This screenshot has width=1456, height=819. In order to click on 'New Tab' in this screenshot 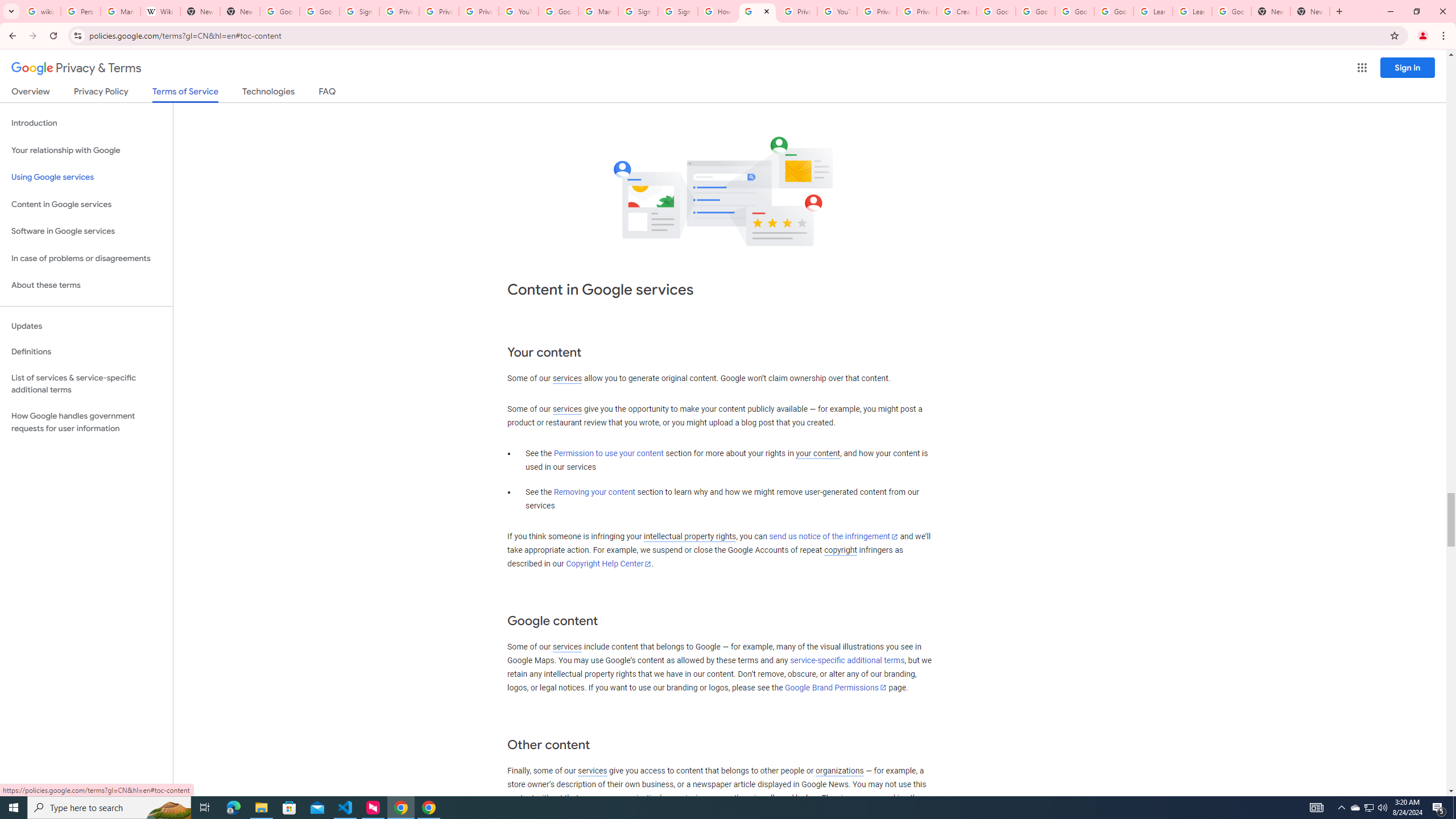, I will do `click(1270, 11)`.